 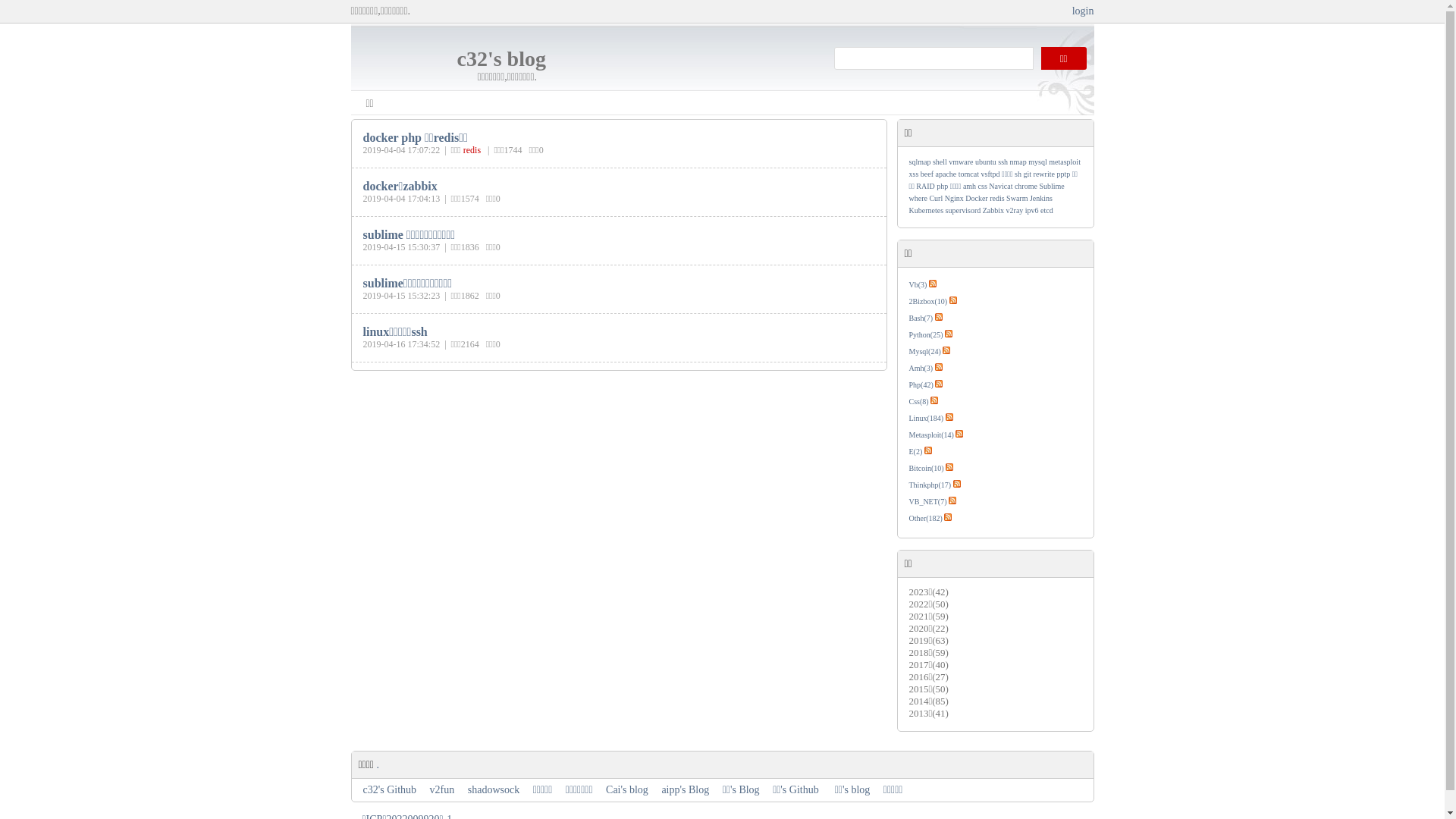 What do you see at coordinates (471, 149) in the screenshot?
I see `'redis'` at bounding box center [471, 149].